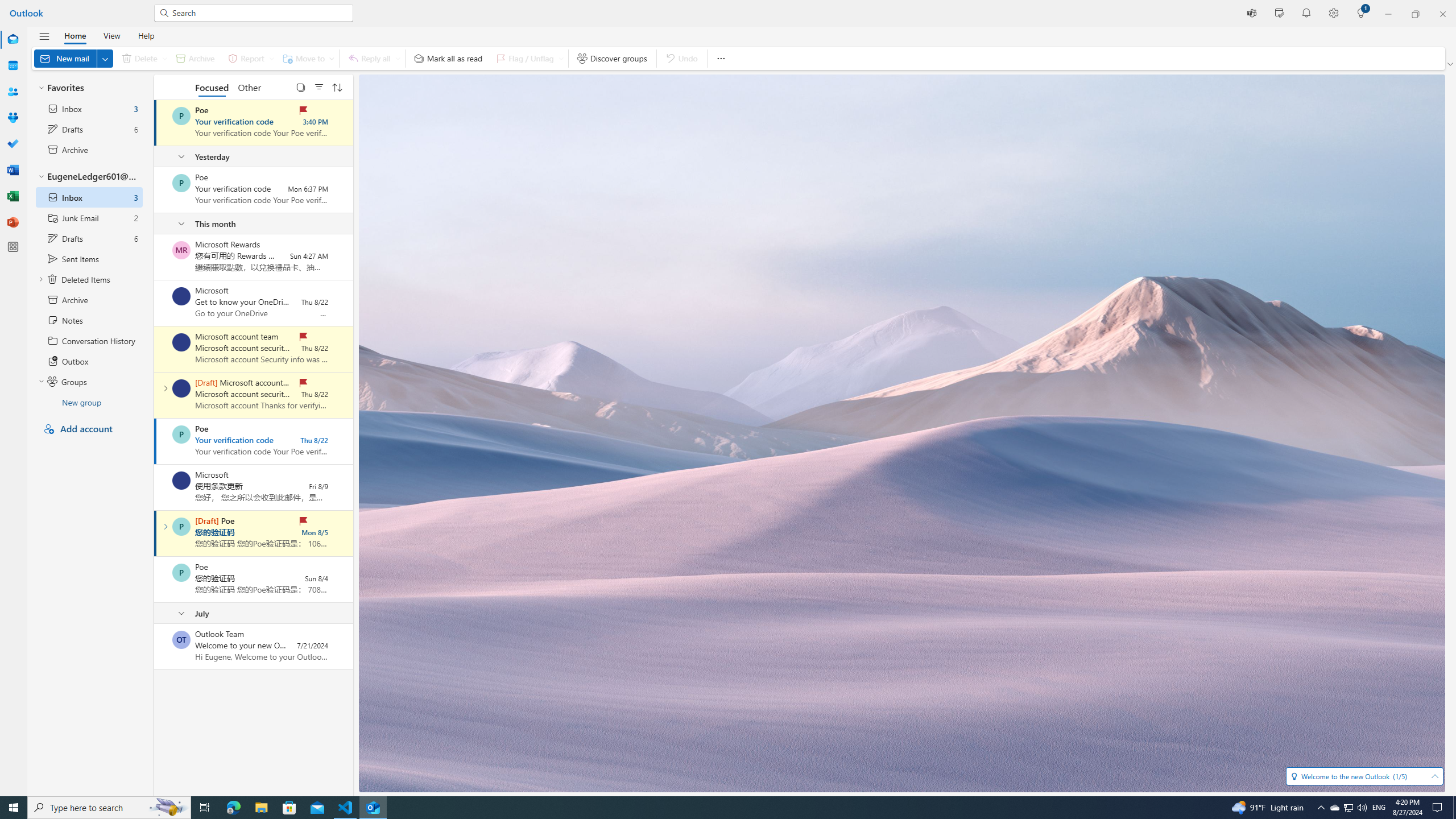 Image resolution: width=1456 pixels, height=819 pixels. What do you see at coordinates (721, 58) in the screenshot?
I see `'More options'` at bounding box center [721, 58].